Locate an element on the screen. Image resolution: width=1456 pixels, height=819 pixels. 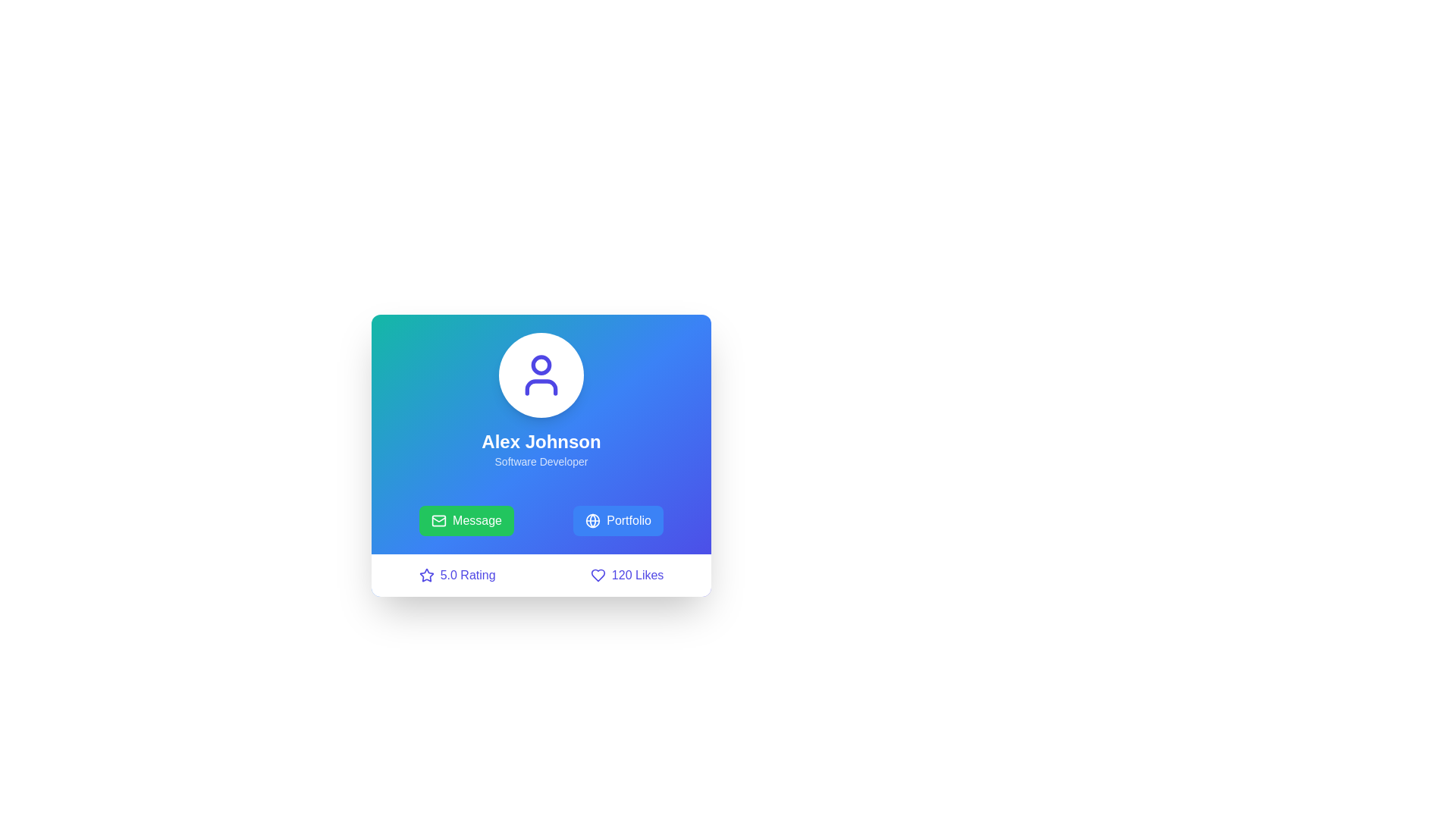
displayed information in the Information Block, which summarizes the user's rating and number of likes, located at the bottom of the card interface is located at coordinates (541, 576).